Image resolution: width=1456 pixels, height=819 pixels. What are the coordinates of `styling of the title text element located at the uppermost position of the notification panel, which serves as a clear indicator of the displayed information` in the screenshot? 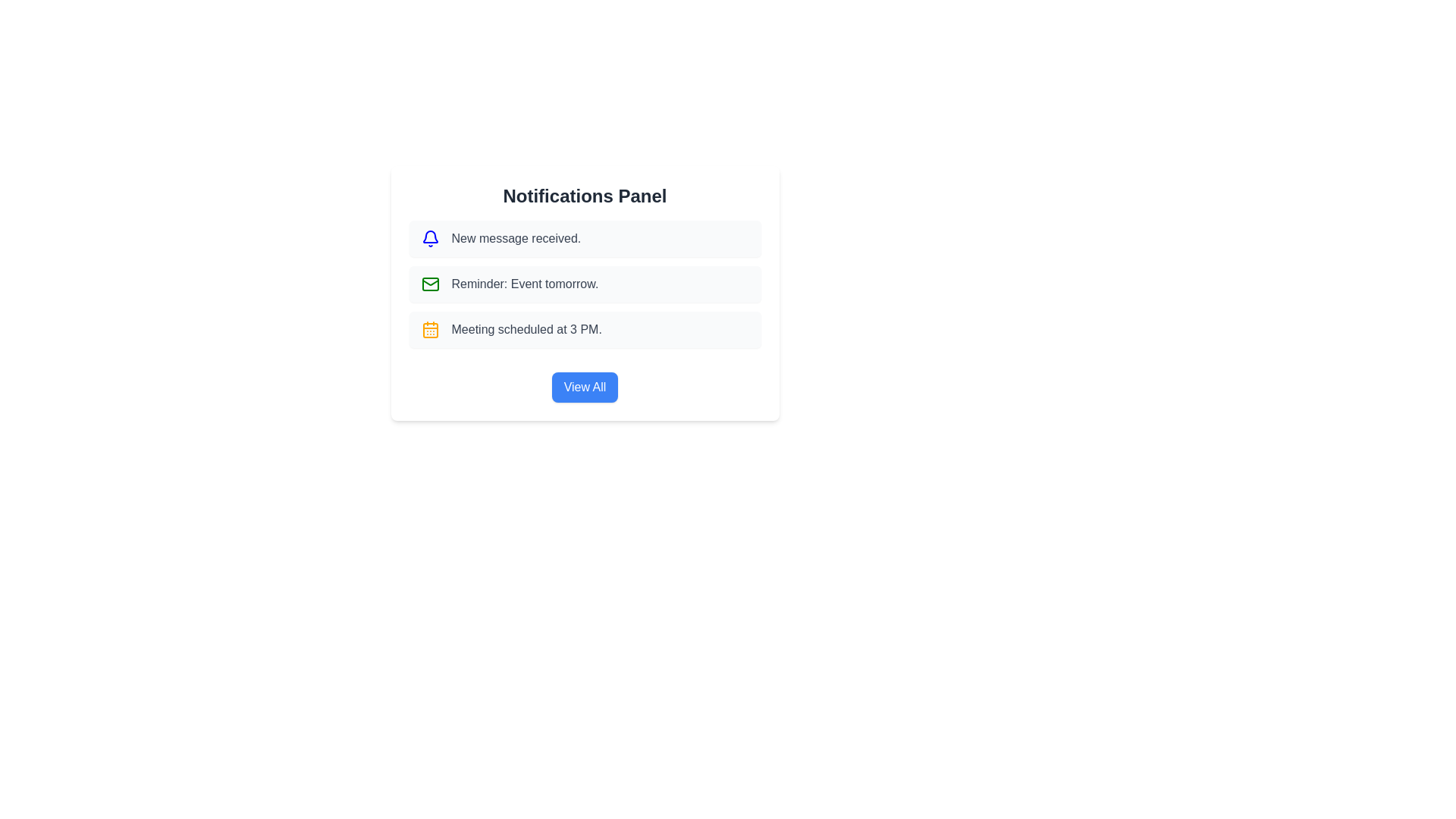 It's located at (584, 195).